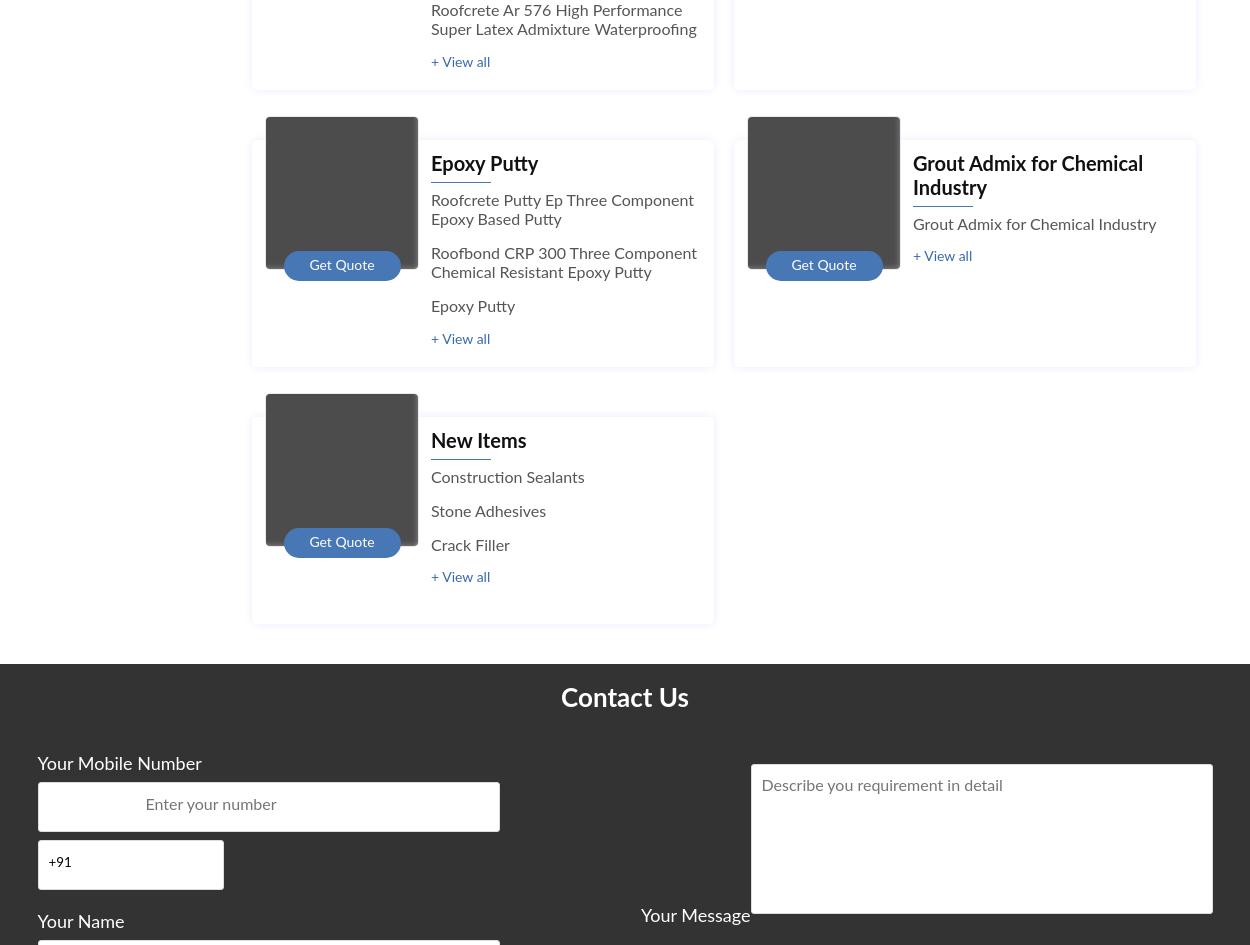  What do you see at coordinates (623, 697) in the screenshot?
I see `'Contact Us'` at bounding box center [623, 697].